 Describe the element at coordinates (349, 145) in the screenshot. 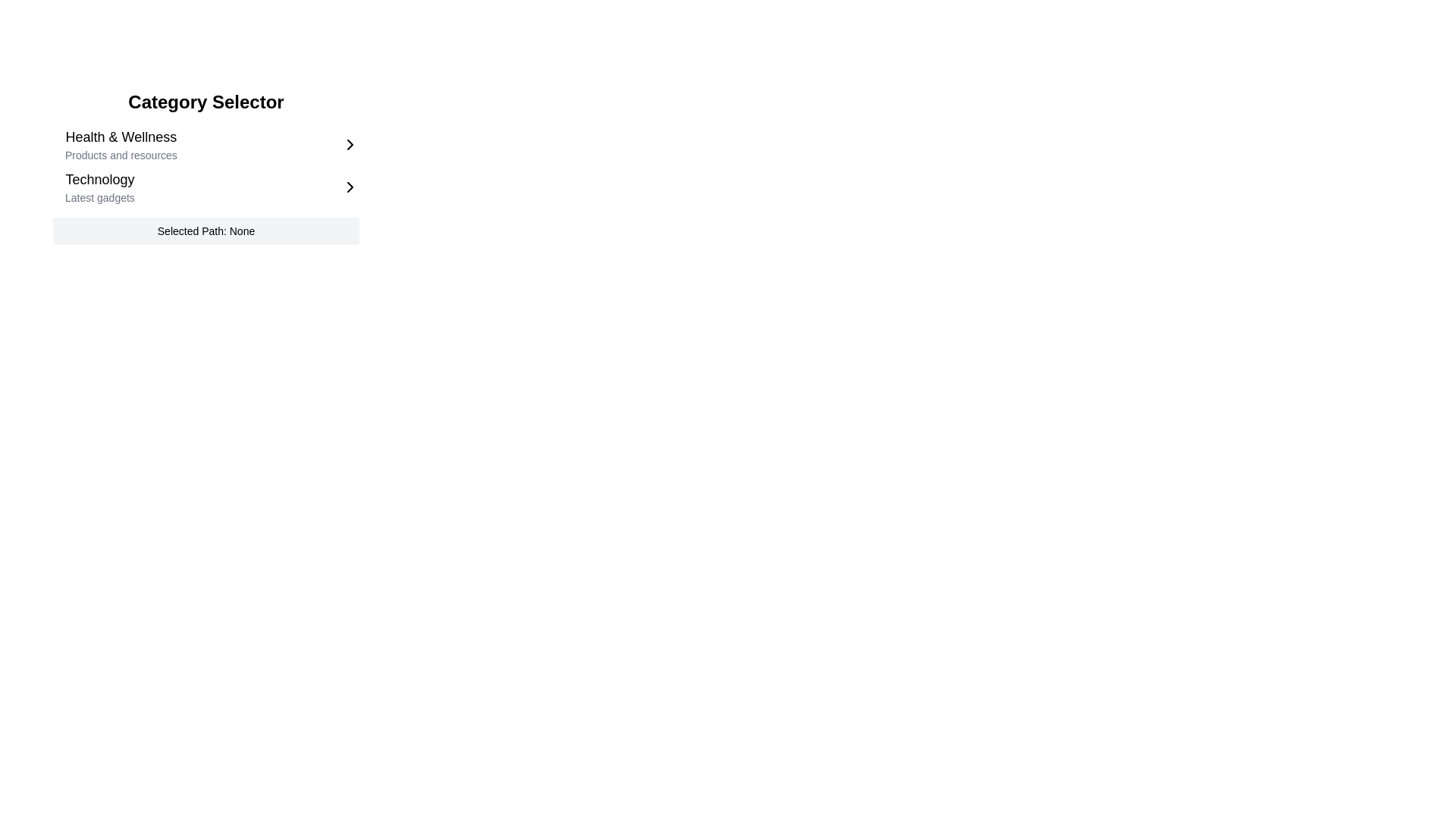

I see `the Chevron Icon, a right-pointing arrow located to the right of the 'Health & Wellness' text` at that location.